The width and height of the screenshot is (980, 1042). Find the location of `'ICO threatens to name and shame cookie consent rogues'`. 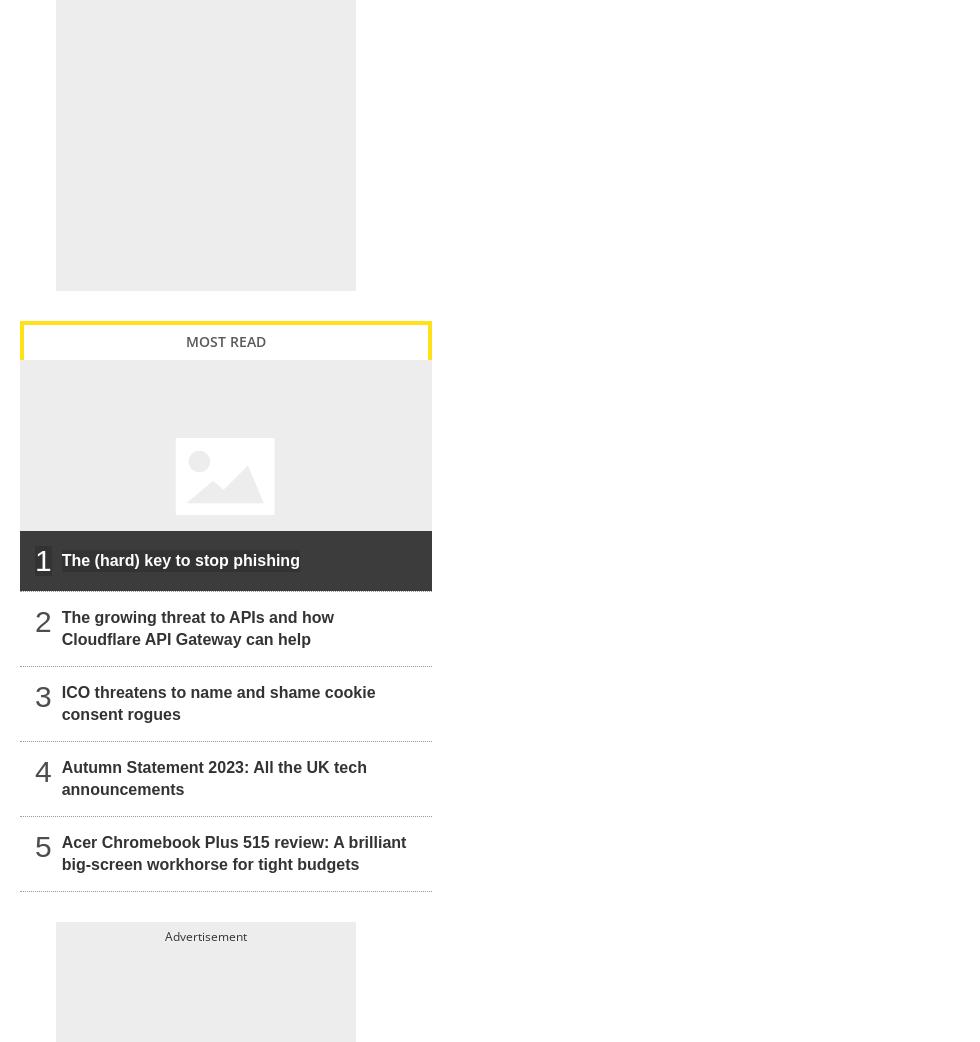

'ICO threatens to name and shame cookie consent rogues' is located at coordinates (60, 702).